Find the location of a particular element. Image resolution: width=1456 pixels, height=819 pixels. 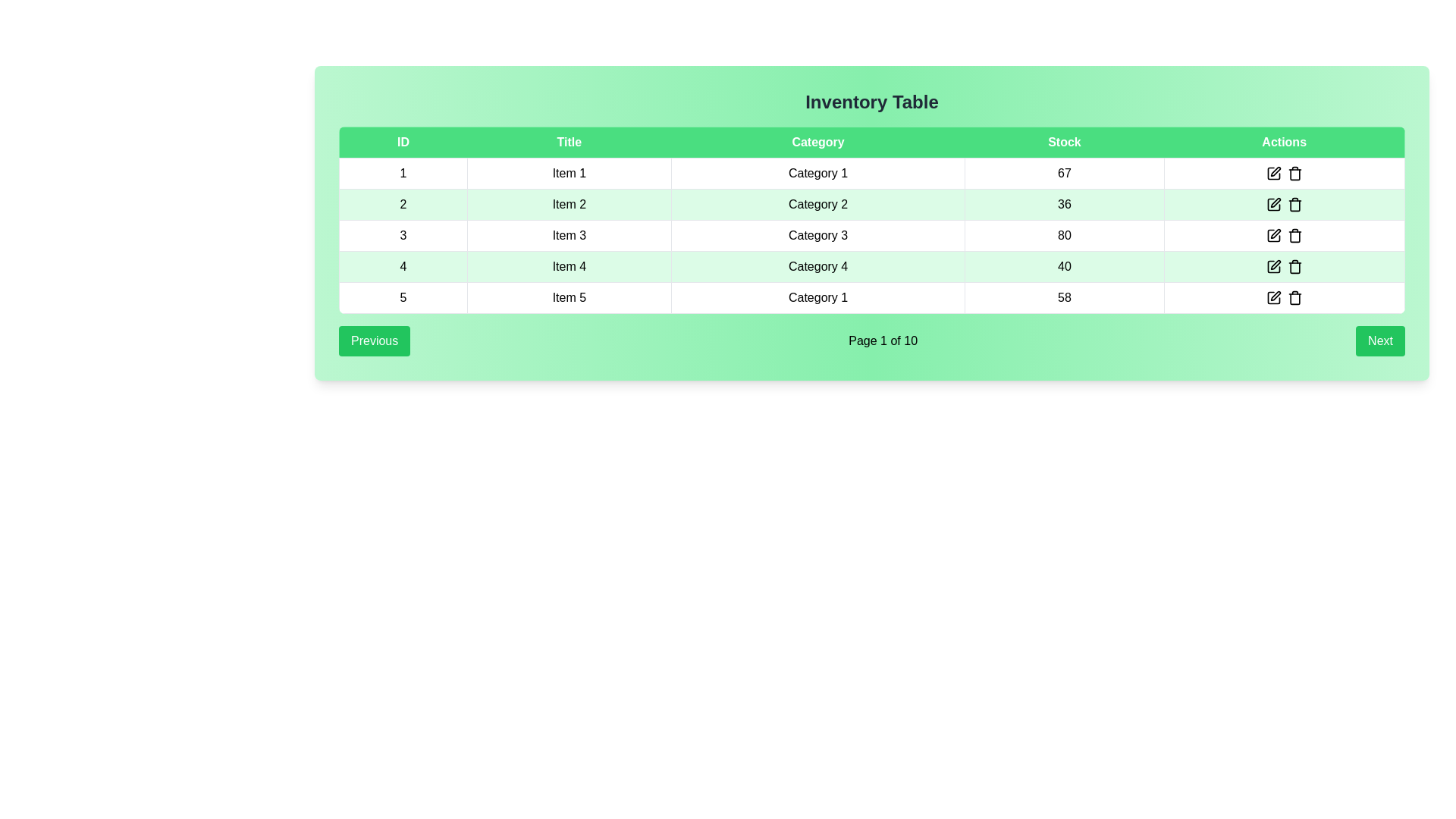

the leftmost action button in the fourth row of the 'Actions' column in the data table is located at coordinates (1274, 236).